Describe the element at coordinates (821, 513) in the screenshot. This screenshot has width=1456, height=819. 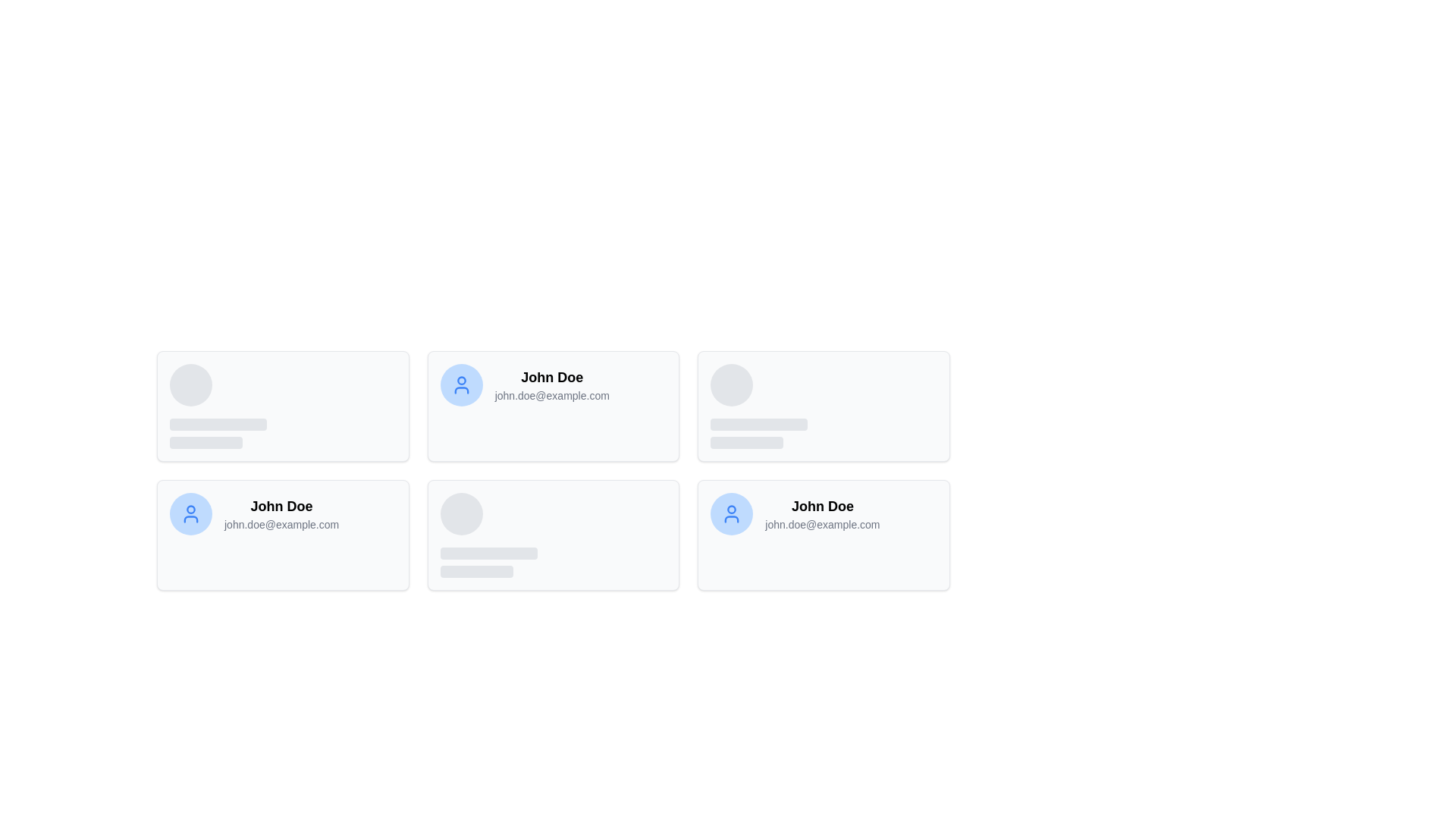
I see `the text component displaying the name 'John Doe' and email 'john.doe@example.com'` at that location.